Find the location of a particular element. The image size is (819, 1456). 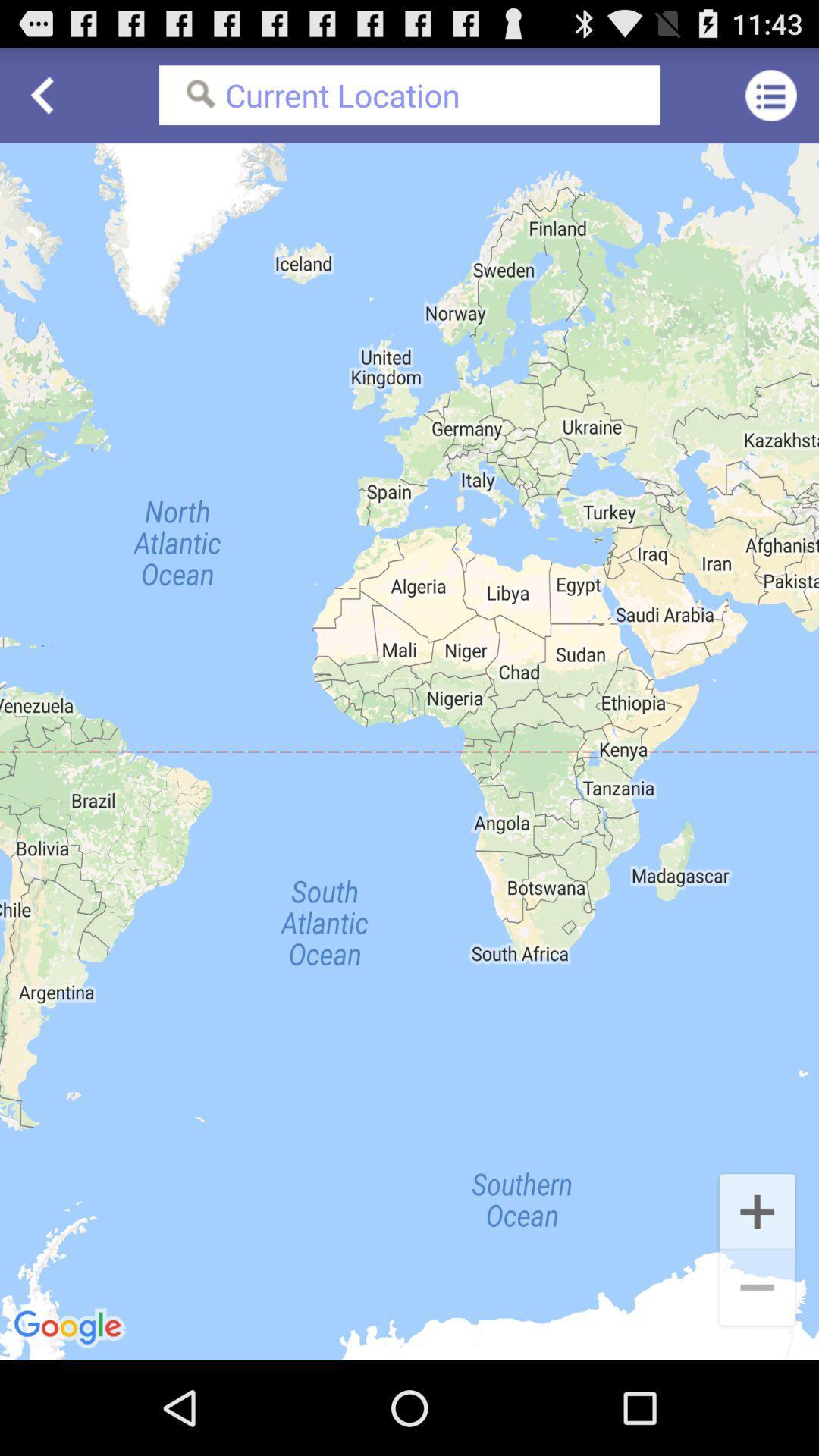

the arrow_backward icon is located at coordinates (46, 101).